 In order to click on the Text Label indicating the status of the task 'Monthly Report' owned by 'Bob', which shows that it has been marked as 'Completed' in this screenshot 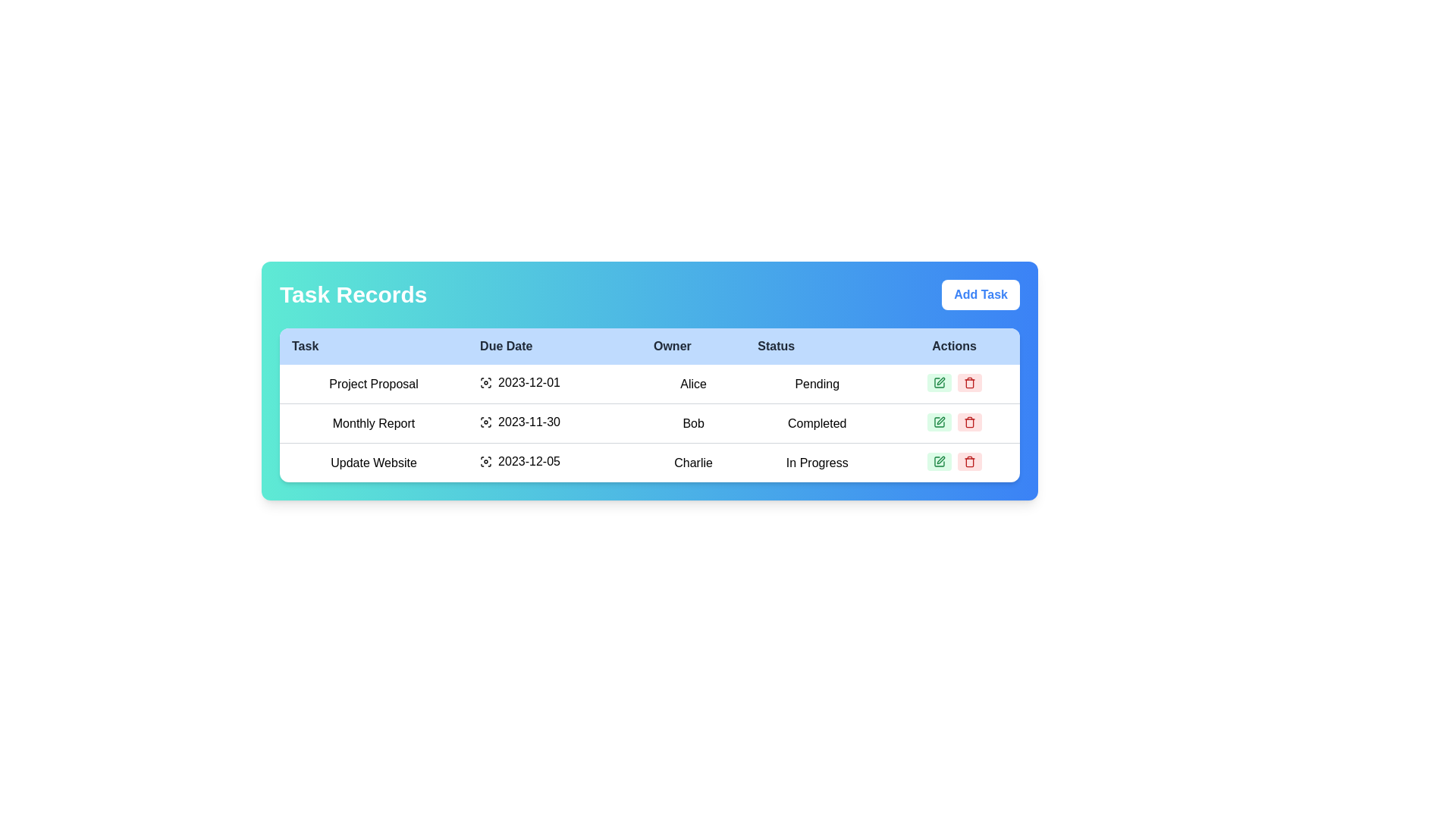, I will do `click(816, 423)`.